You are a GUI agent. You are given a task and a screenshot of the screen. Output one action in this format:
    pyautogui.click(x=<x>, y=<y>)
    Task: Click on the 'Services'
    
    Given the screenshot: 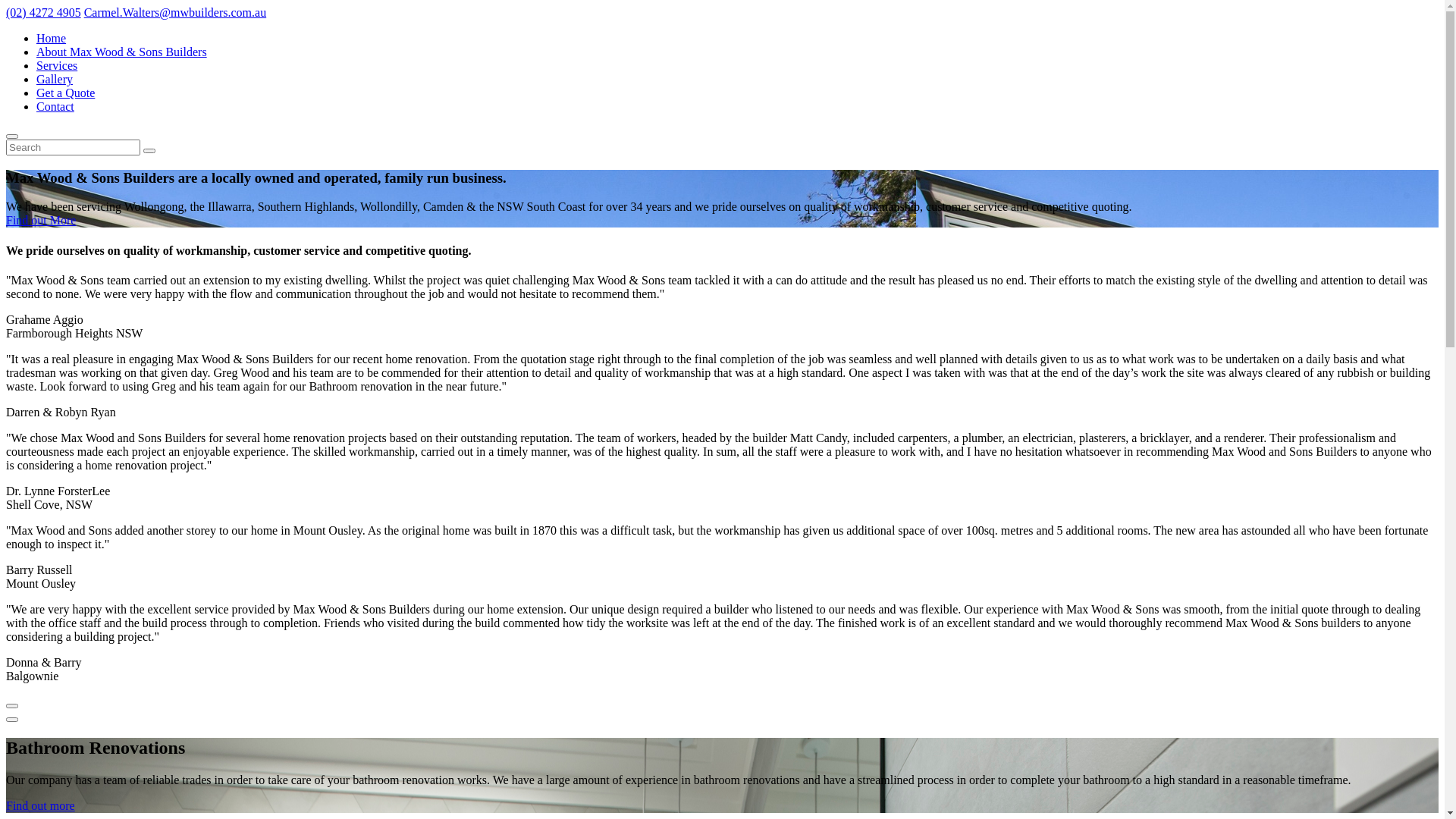 What is the action you would take?
    pyautogui.click(x=57, y=64)
    